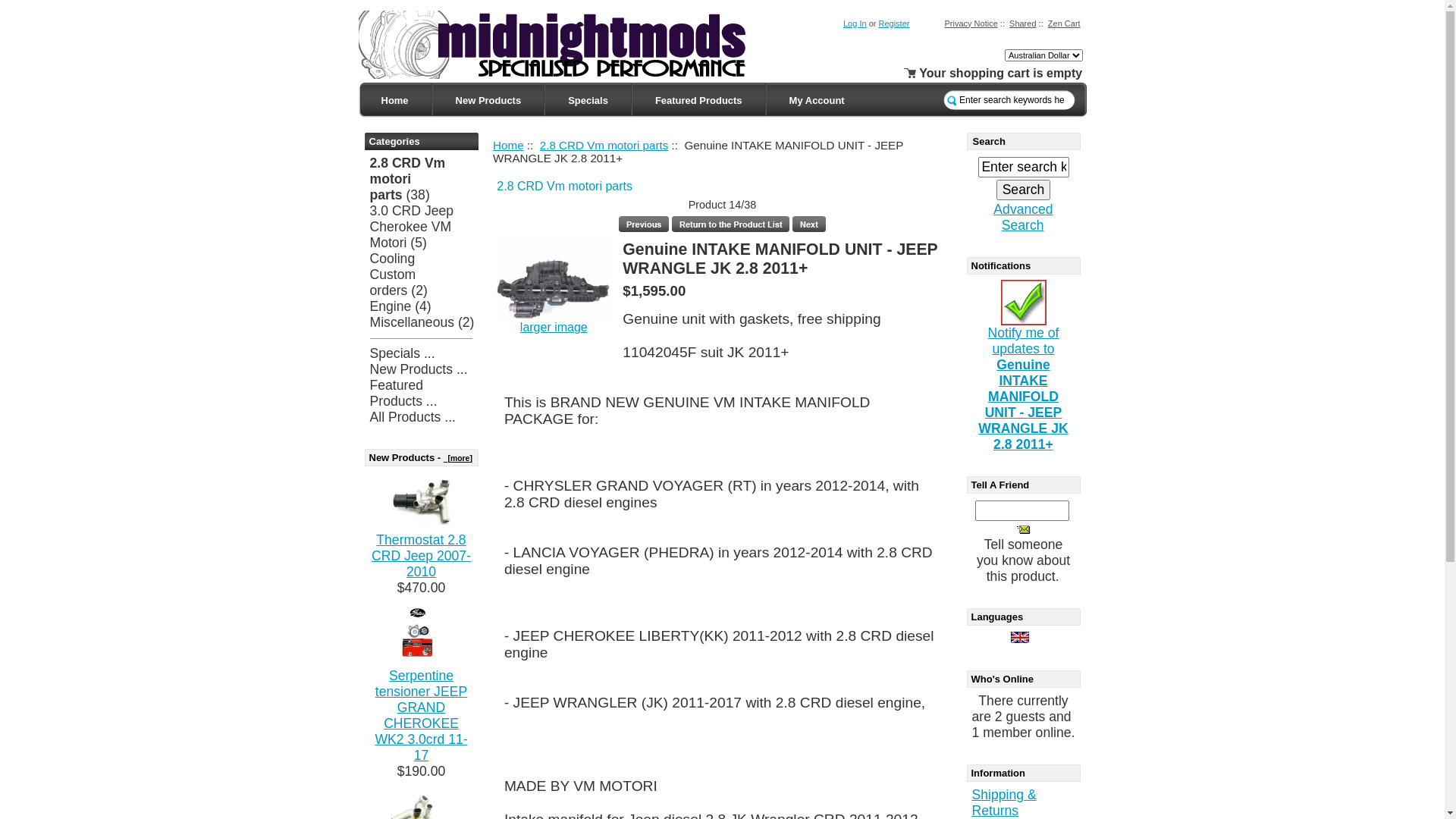  Describe the element at coordinates (391, 306) in the screenshot. I see `'Engine'` at that location.